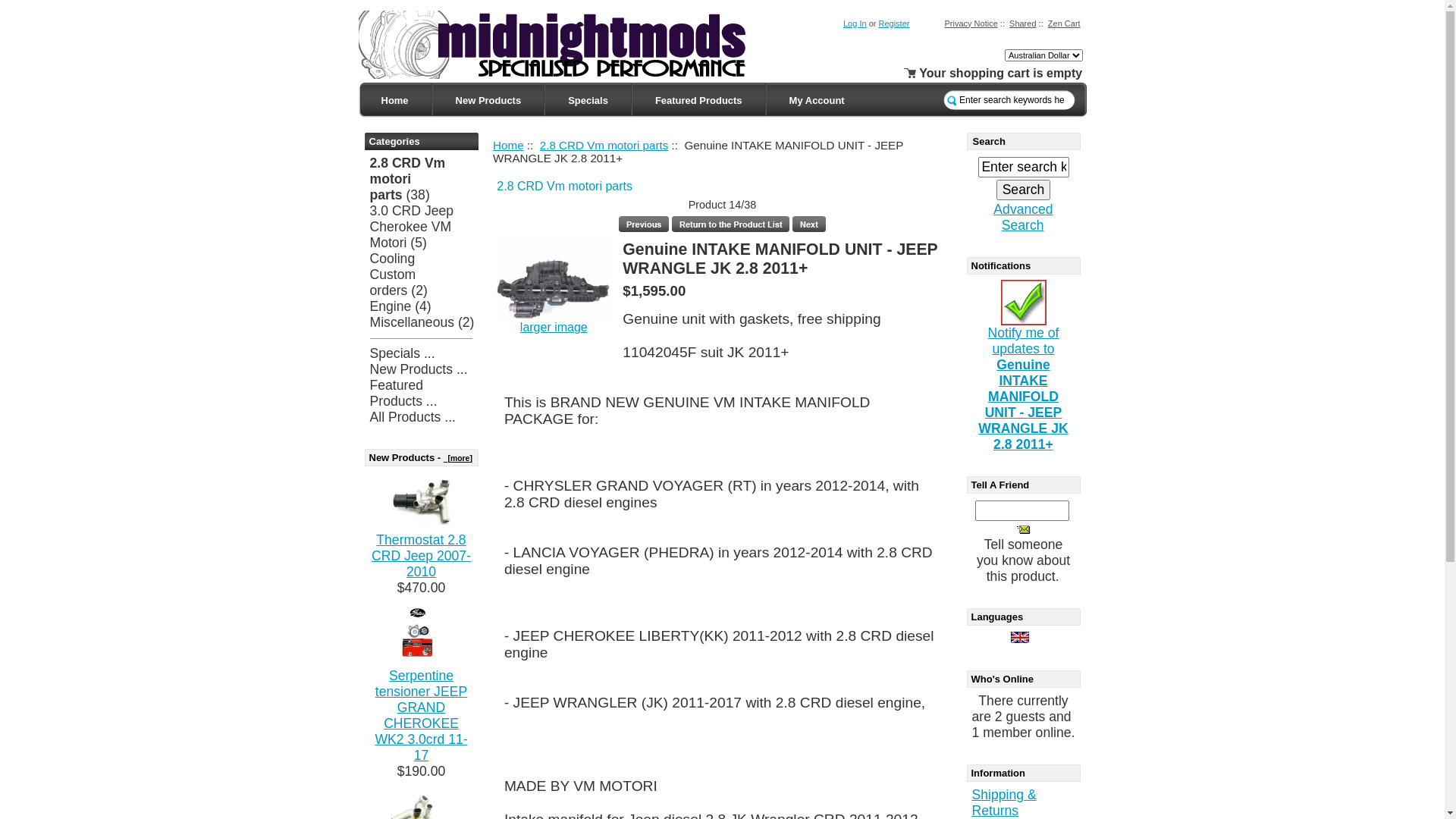  Describe the element at coordinates (391, 306) in the screenshot. I see `'Engine'` at that location.